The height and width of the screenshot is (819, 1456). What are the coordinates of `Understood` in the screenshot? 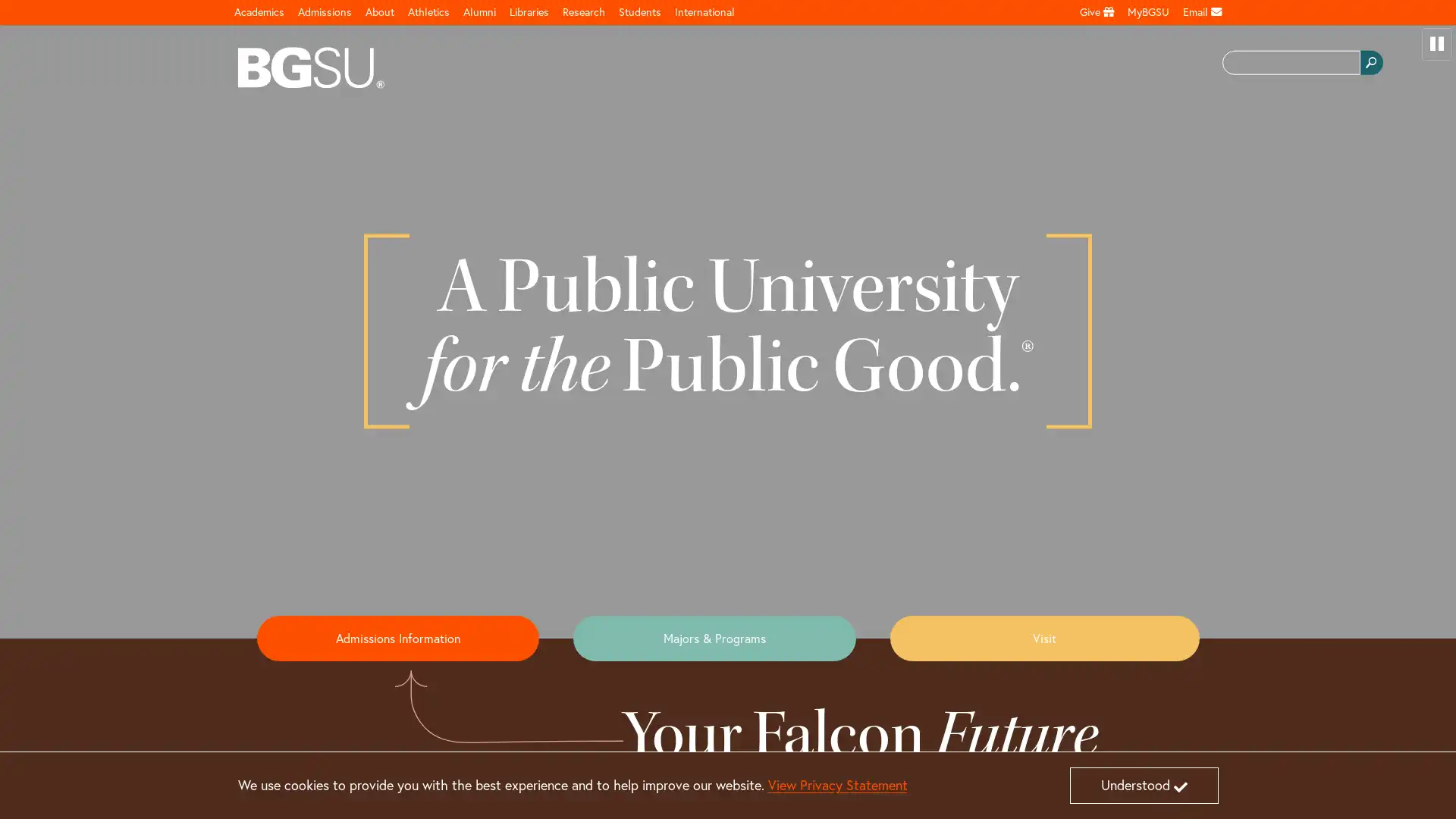 It's located at (1143, 785).